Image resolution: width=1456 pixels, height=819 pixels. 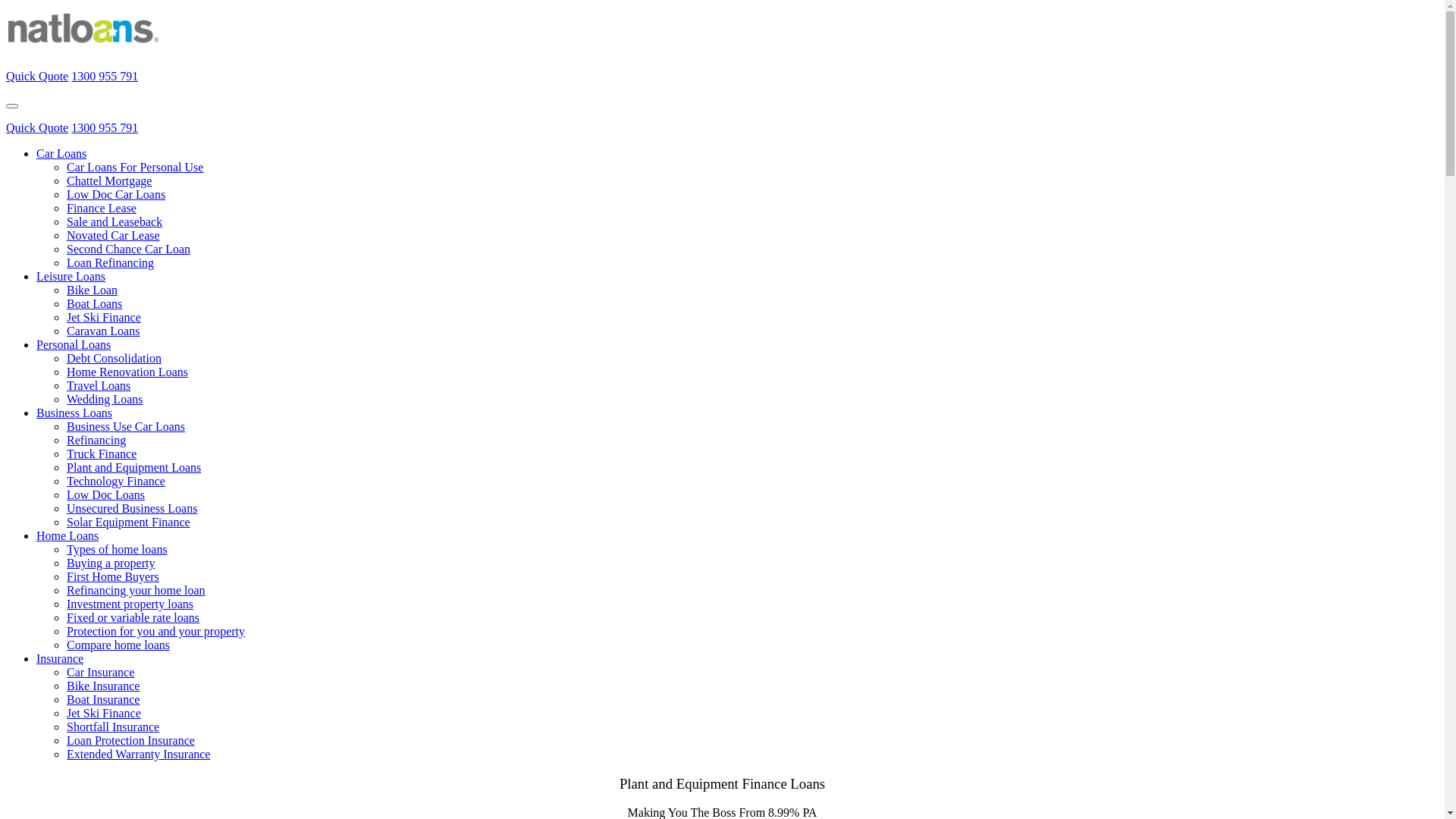 What do you see at coordinates (65, 440) in the screenshot?
I see `'Refinancing'` at bounding box center [65, 440].